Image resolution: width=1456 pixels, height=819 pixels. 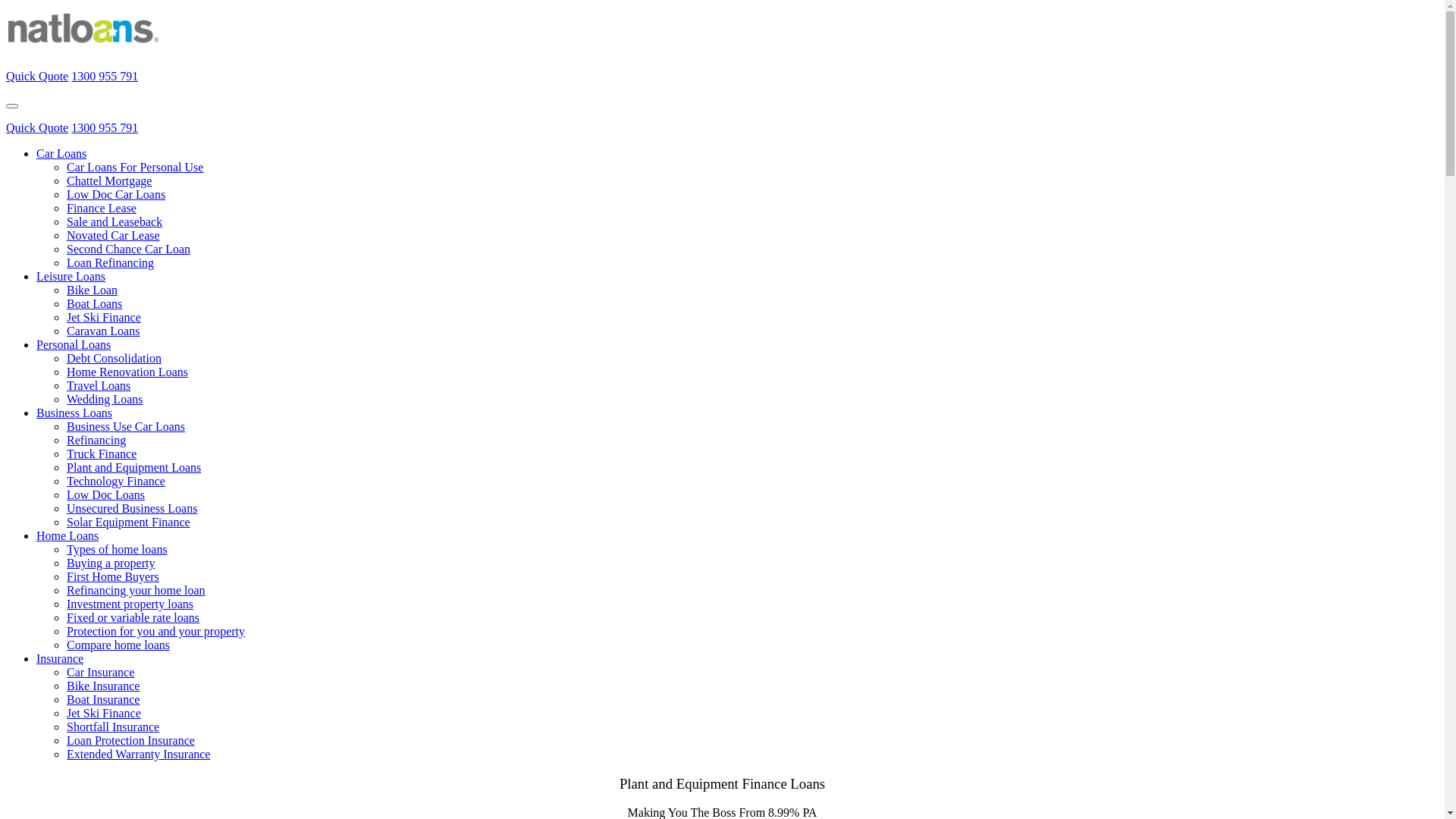 What do you see at coordinates (65, 440) in the screenshot?
I see `'Refinancing'` at bounding box center [65, 440].